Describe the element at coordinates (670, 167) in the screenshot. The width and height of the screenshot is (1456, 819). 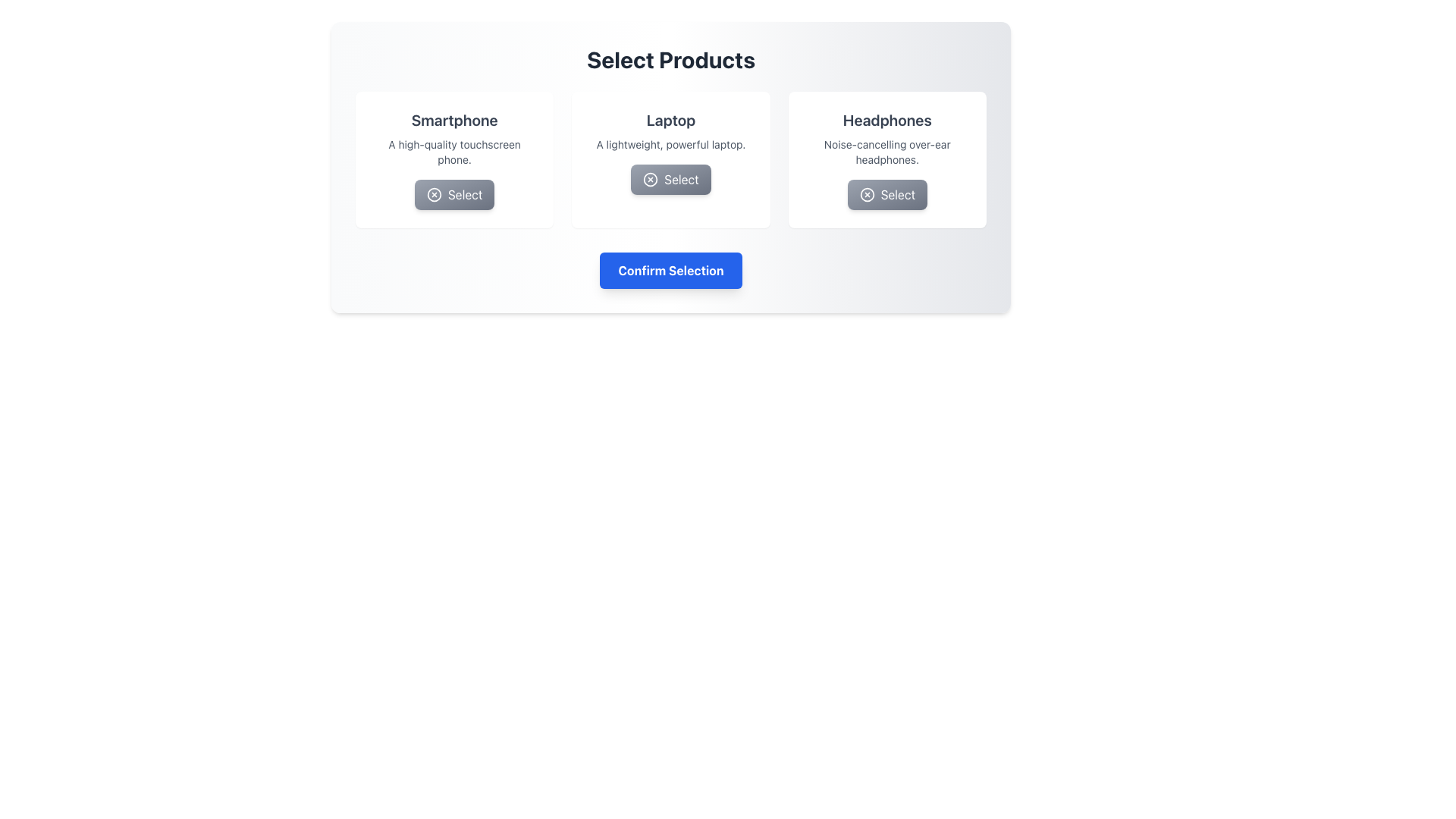
I see `the 'Select' button, which is a rounded rectangular button with a gray gradient background and white text, to trigger the scaling effect` at that location.